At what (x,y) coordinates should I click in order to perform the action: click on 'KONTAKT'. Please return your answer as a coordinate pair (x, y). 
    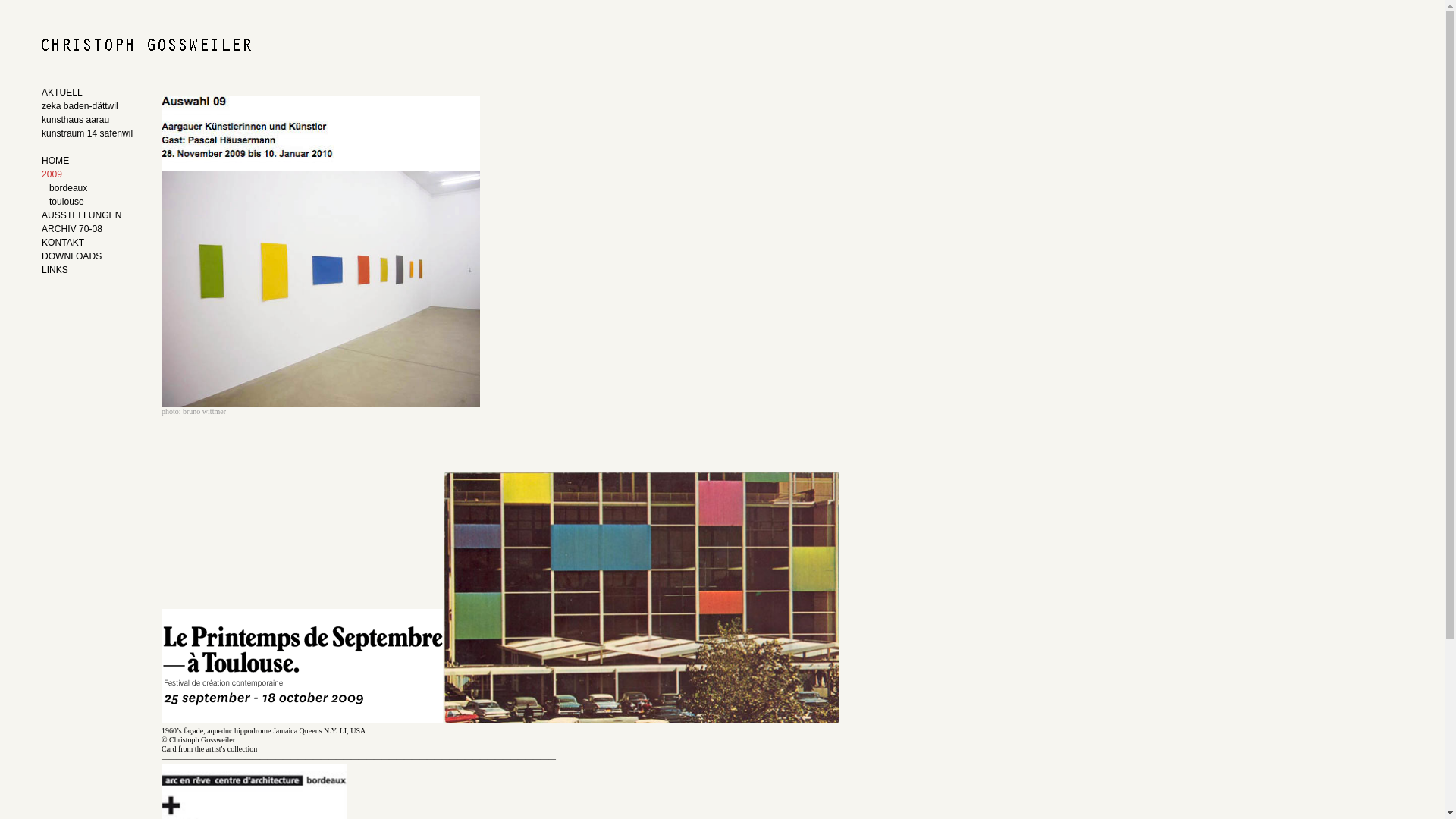
    Looking at the image, I should click on (79, 243).